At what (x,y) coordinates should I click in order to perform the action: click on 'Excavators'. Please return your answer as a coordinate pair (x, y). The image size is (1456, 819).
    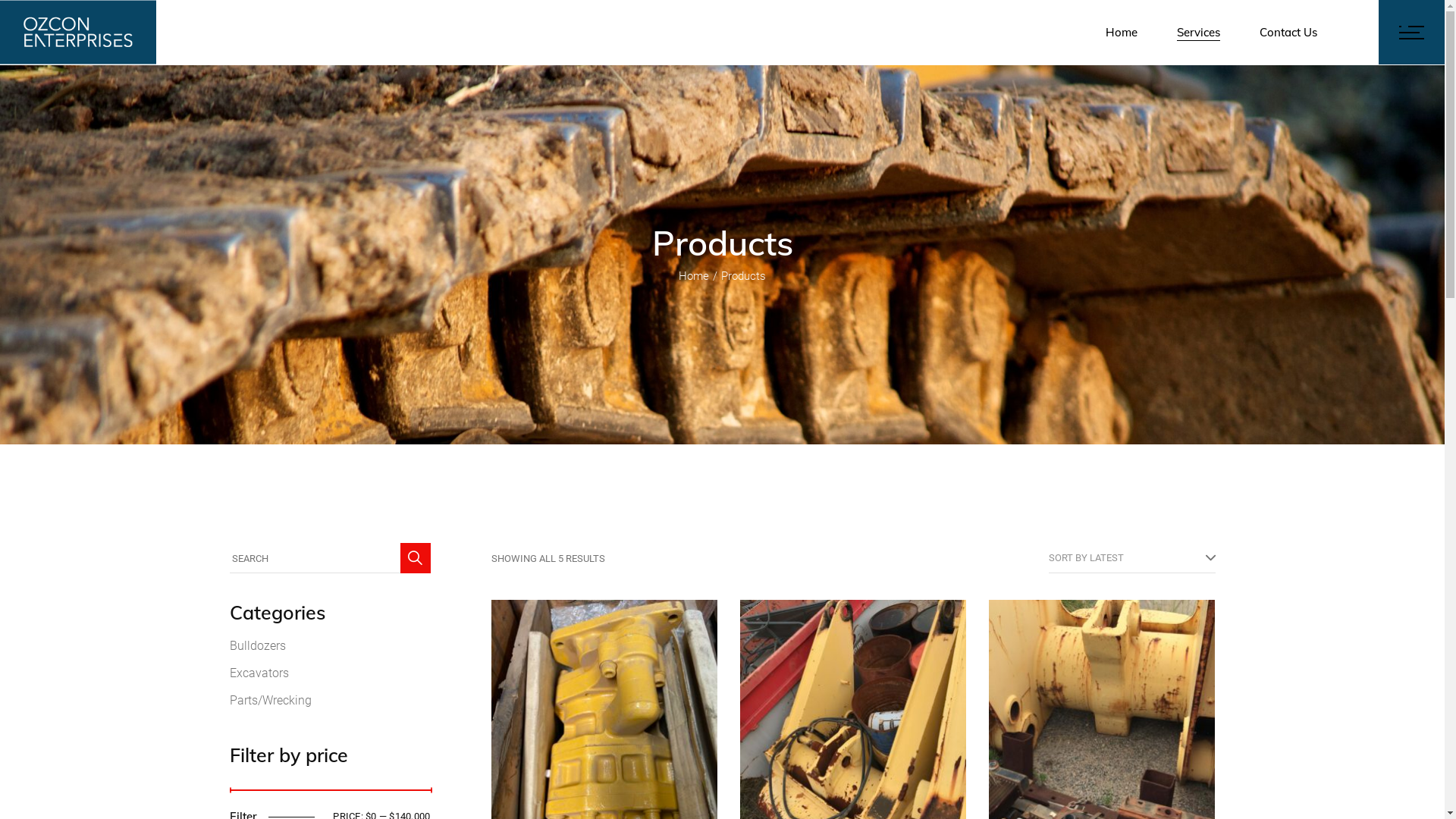
    Looking at the image, I should click on (258, 672).